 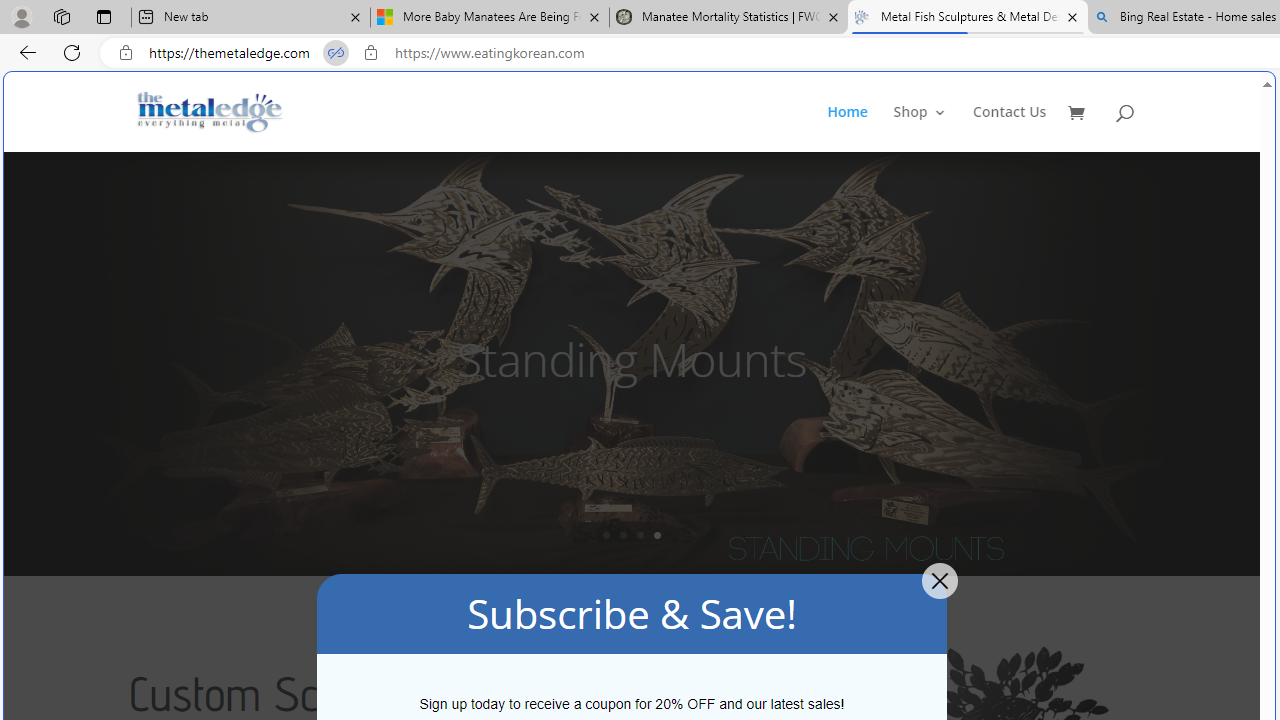 I want to click on '2', so click(x=622, y=534).